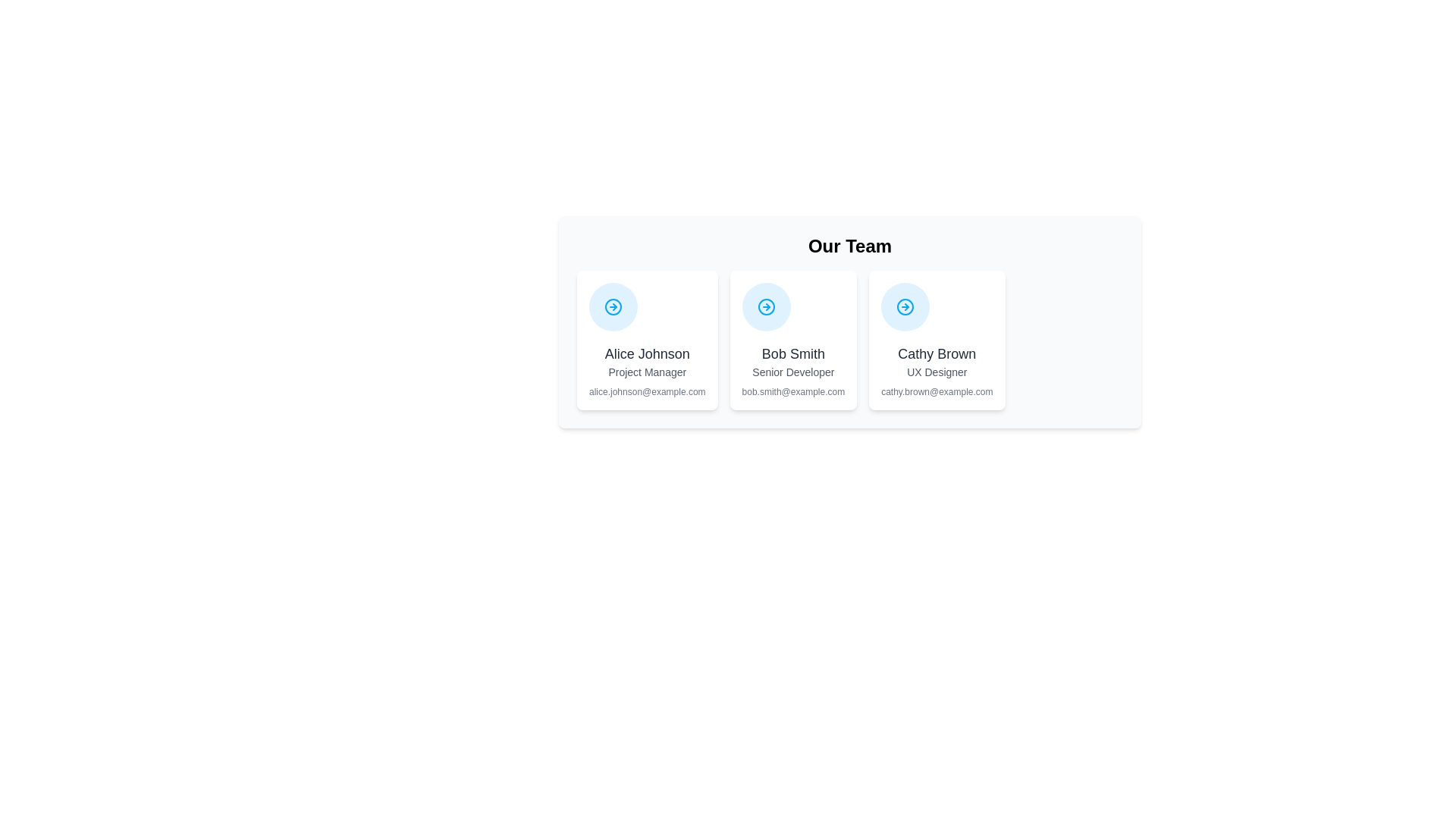 This screenshot has height=819, width=1456. Describe the element at coordinates (905, 307) in the screenshot. I see `the SVG Circle Element outlined in blue` at that location.